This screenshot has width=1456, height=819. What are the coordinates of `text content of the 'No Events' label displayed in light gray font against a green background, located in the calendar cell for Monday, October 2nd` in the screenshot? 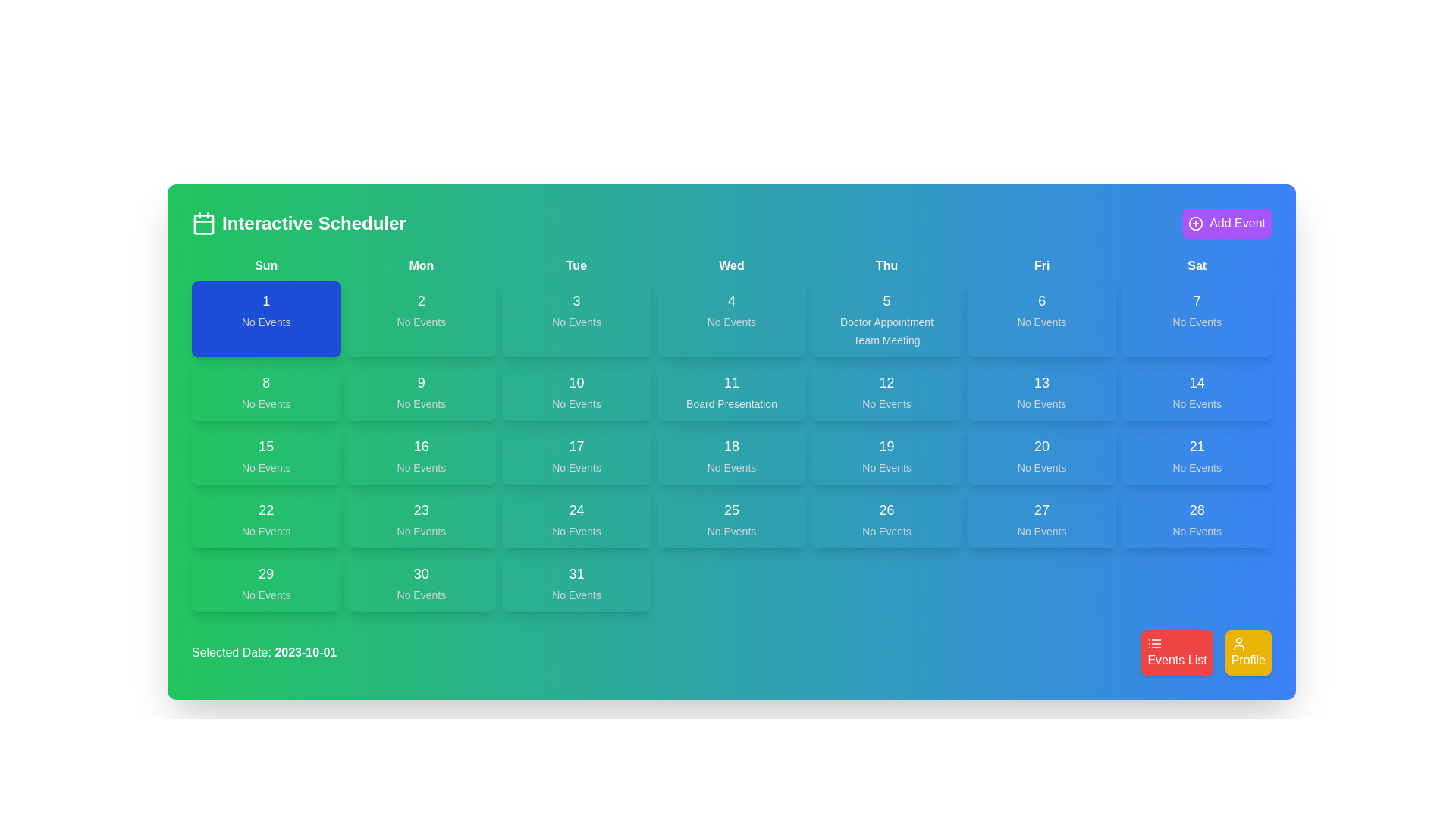 It's located at (421, 321).